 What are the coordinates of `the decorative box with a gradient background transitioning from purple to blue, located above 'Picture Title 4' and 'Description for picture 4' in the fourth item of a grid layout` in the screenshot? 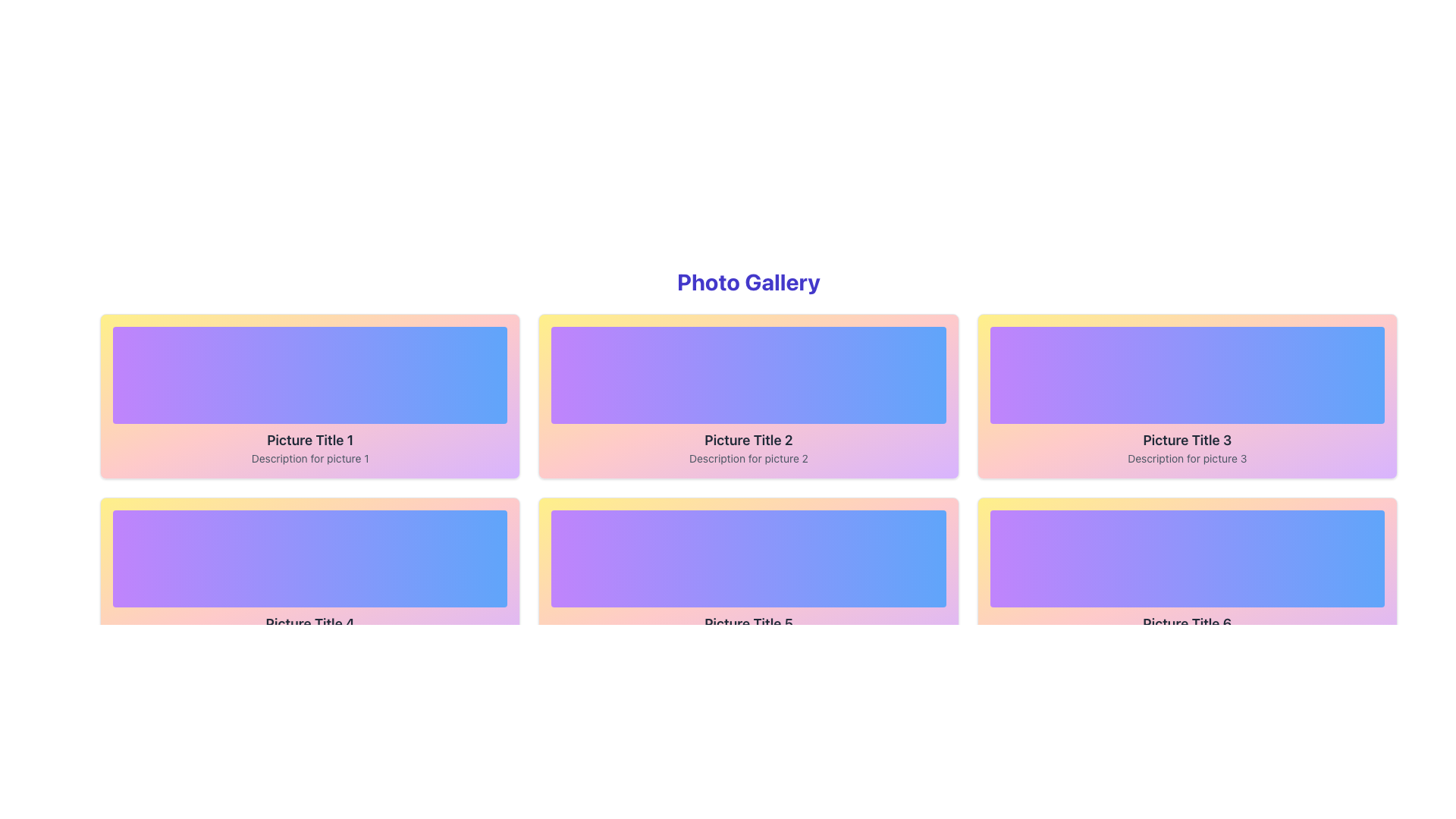 It's located at (309, 558).